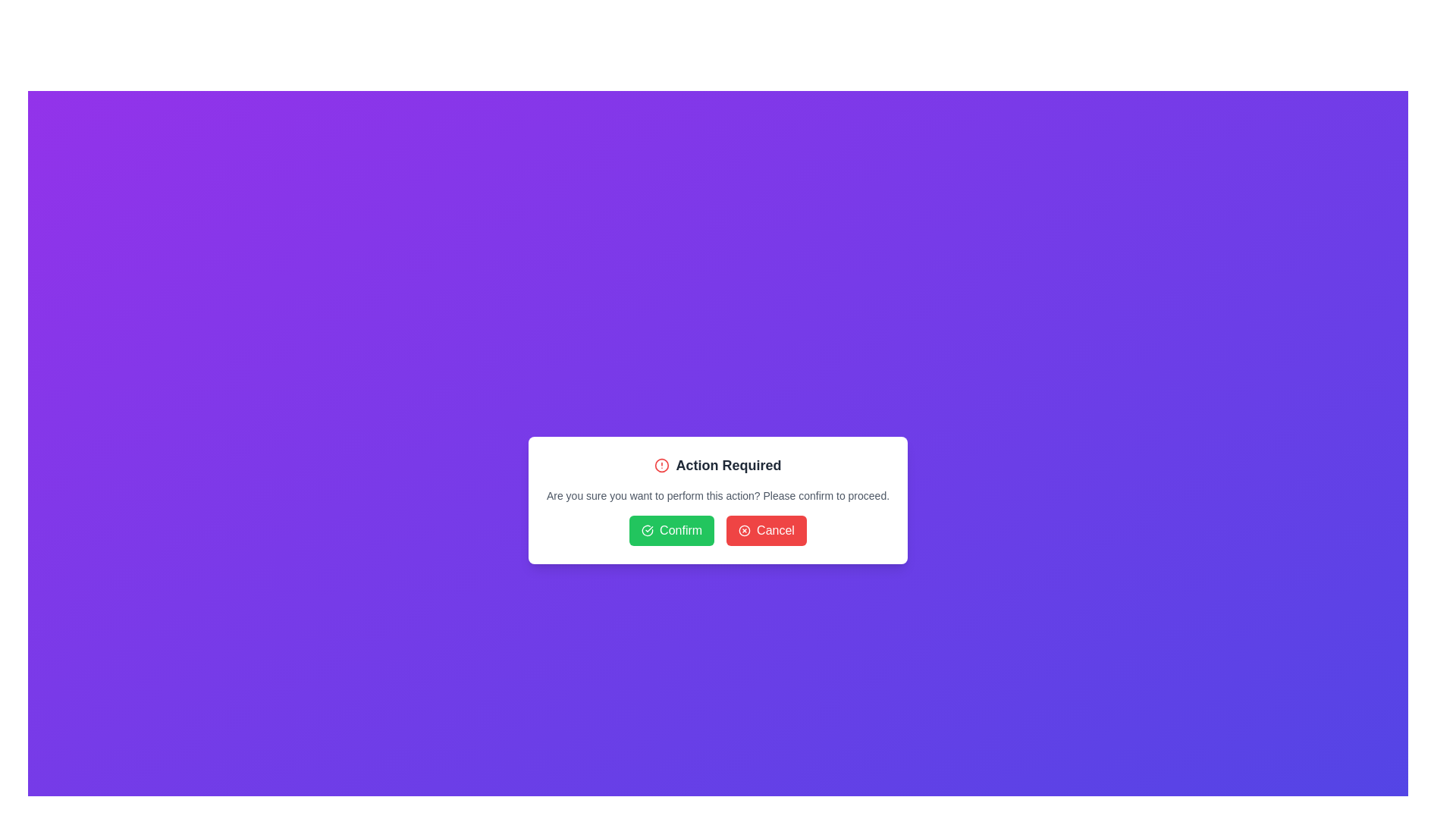 The height and width of the screenshot is (819, 1456). What do you see at coordinates (662, 464) in the screenshot?
I see `the alert icon adjacent to the 'Action Required' text in the top-left corner of the dialog box` at bounding box center [662, 464].